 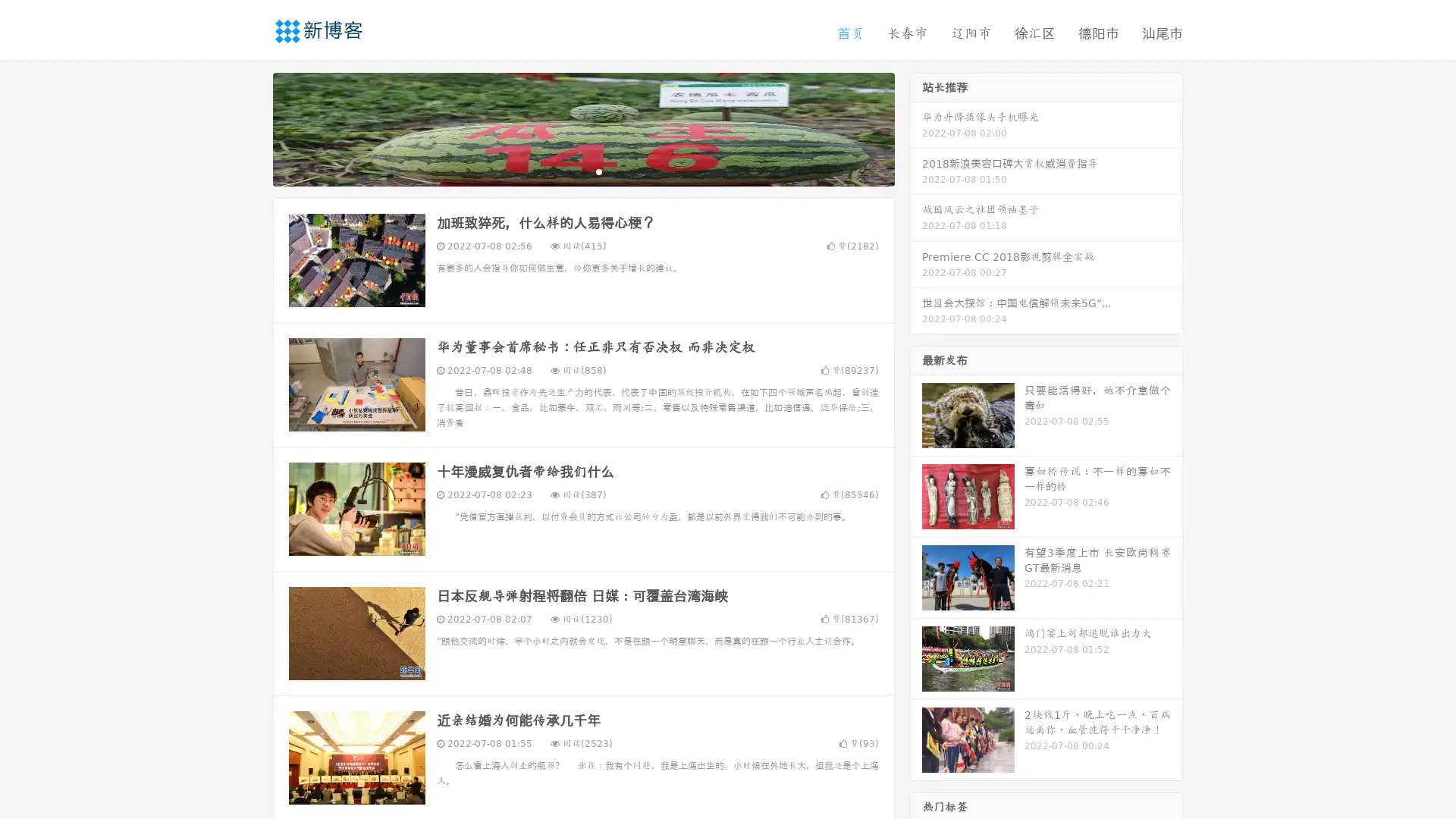 I want to click on Next slide, so click(x=916, y=127).